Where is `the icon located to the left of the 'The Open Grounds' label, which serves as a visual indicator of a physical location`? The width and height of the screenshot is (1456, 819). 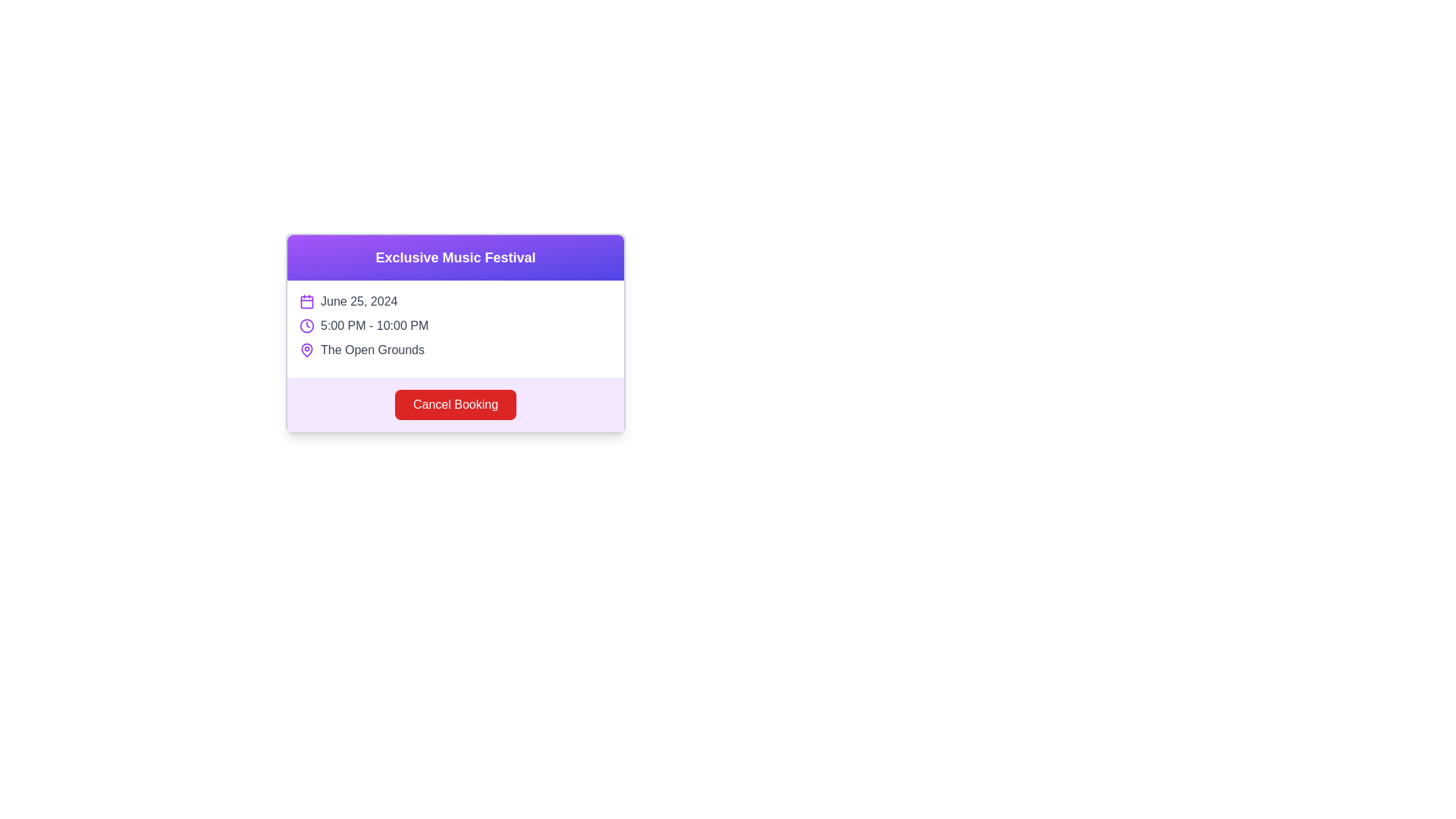 the icon located to the left of the 'The Open Grounds' label, which serves as a visual indicator of a physical location is located at coordinates (306, 350).